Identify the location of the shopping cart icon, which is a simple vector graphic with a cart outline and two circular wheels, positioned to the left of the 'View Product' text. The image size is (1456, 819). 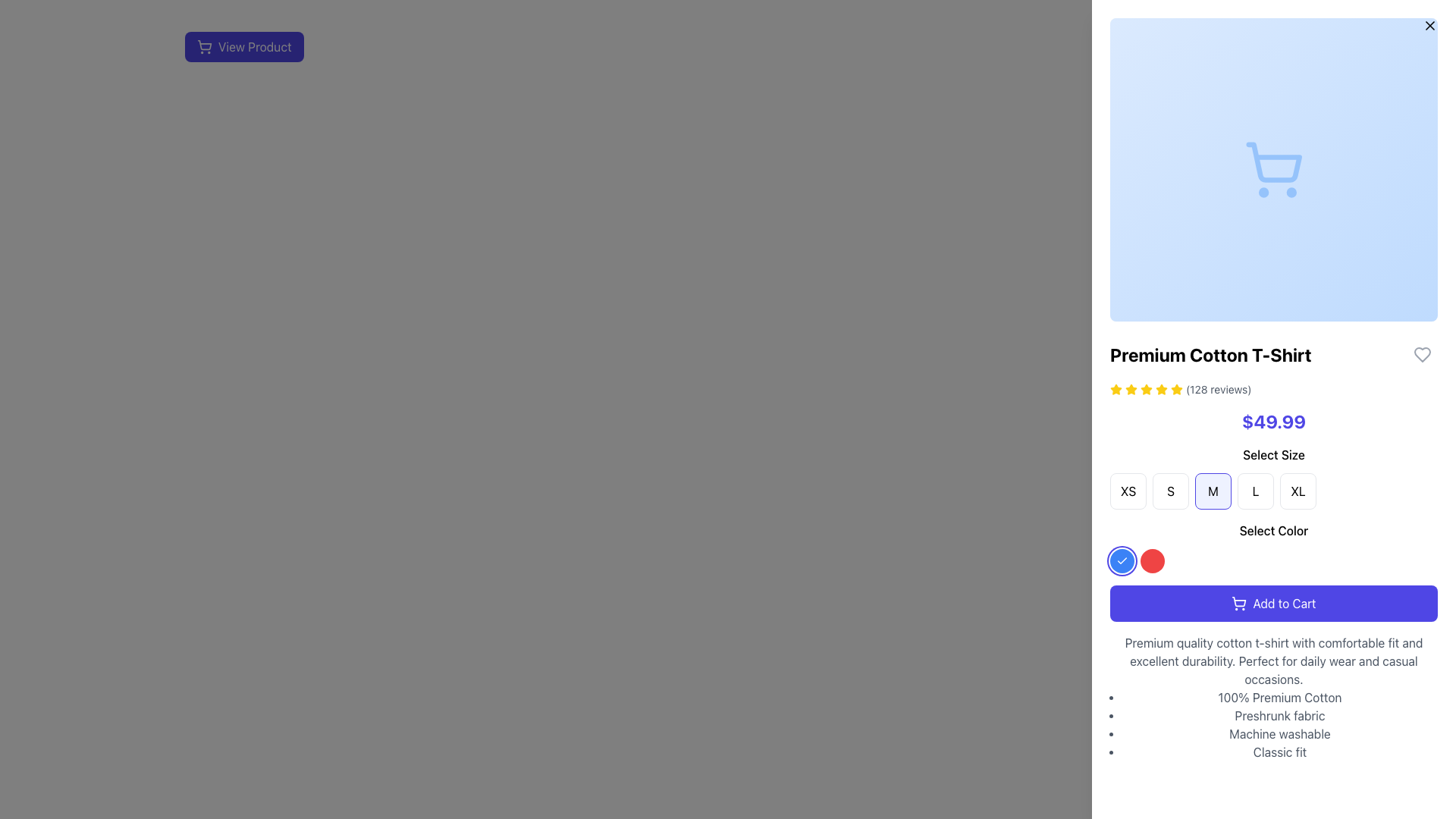
(203, 45).